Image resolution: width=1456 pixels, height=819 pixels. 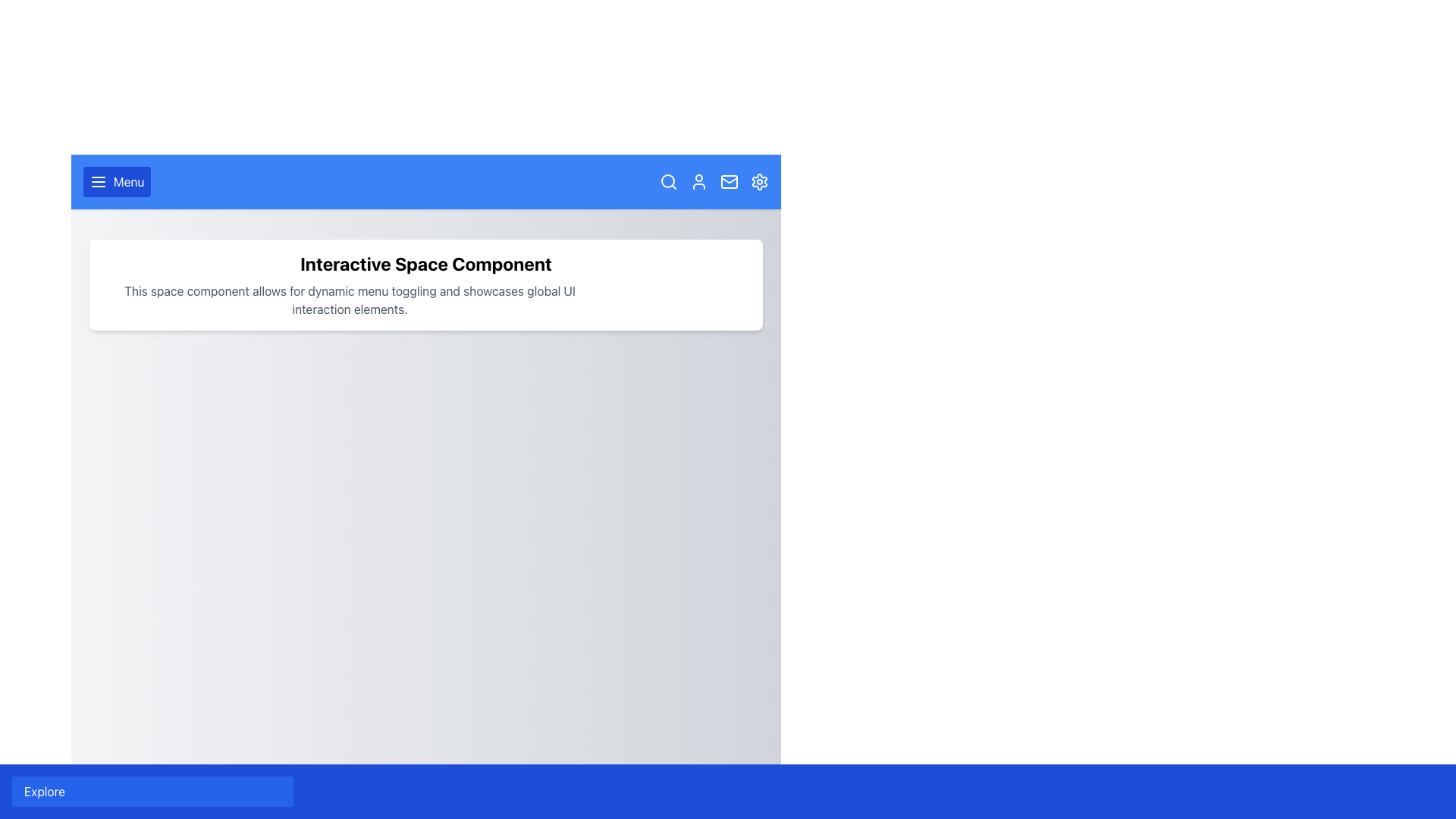 I want to click on the 'Menu' text label located in the top navigation bar, which is part of a button component and positioned to the right of the menu icon, so click(x=129, y=180).